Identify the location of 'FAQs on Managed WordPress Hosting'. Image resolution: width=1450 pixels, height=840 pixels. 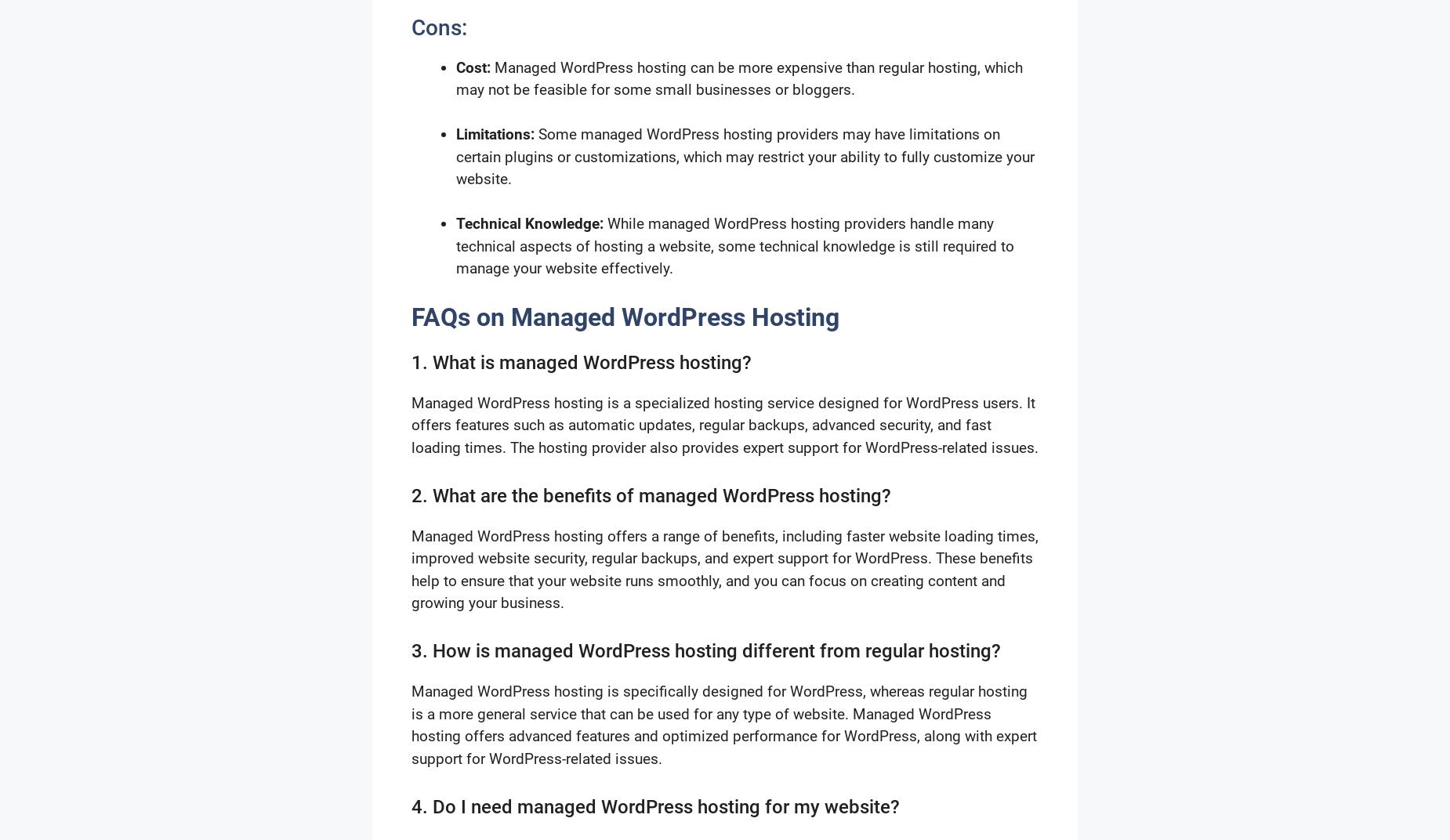
(625, 317).